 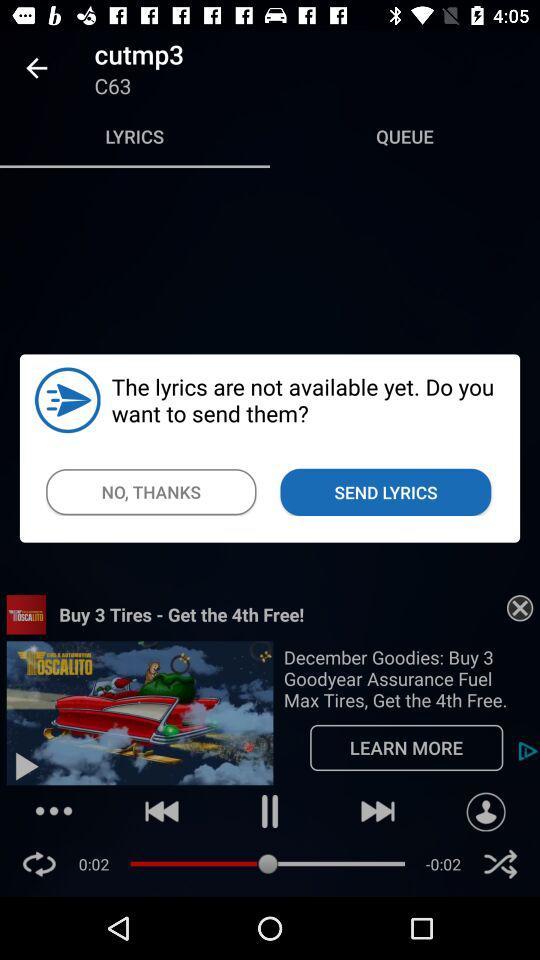 What do you see at coordinates (520, 606) in the screenshot?
I see `the close button on the web page` at bounding box center [520, 606].